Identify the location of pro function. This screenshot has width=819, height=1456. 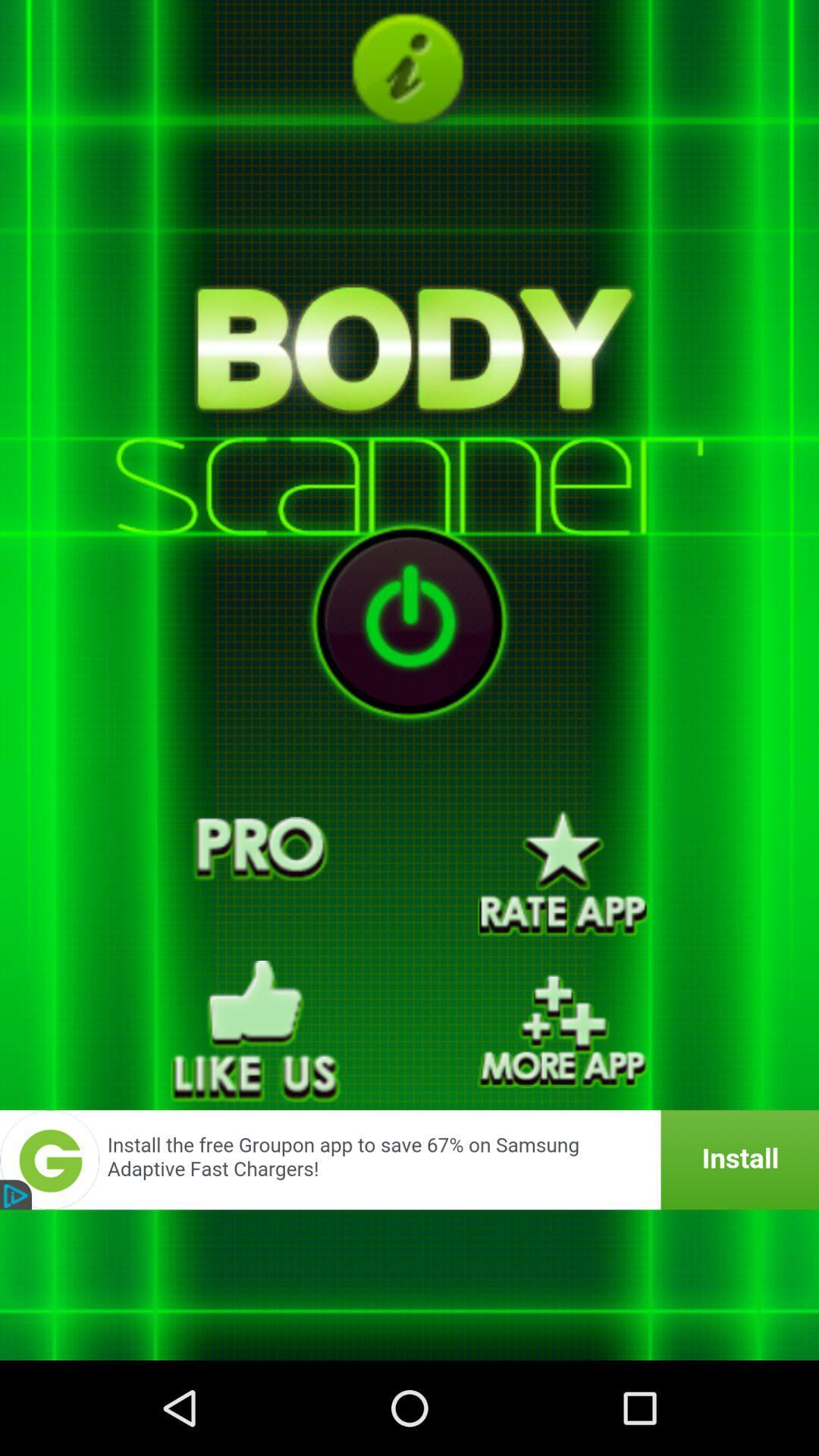
(255, 874).